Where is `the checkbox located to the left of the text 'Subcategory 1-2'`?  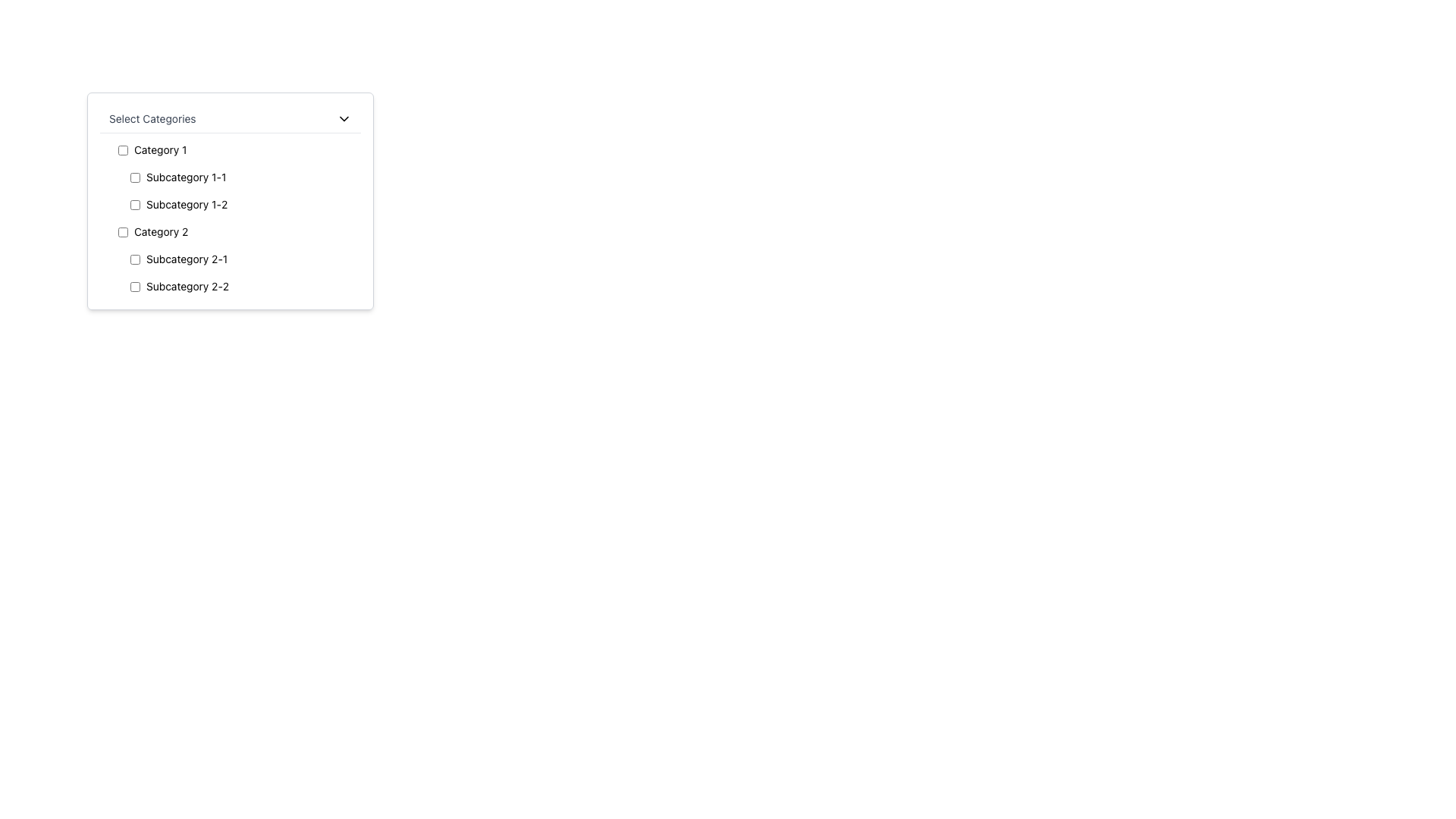
the checkbox located to the left of the text 'Subcategory 1-2' is located at coordinates (135, 205).